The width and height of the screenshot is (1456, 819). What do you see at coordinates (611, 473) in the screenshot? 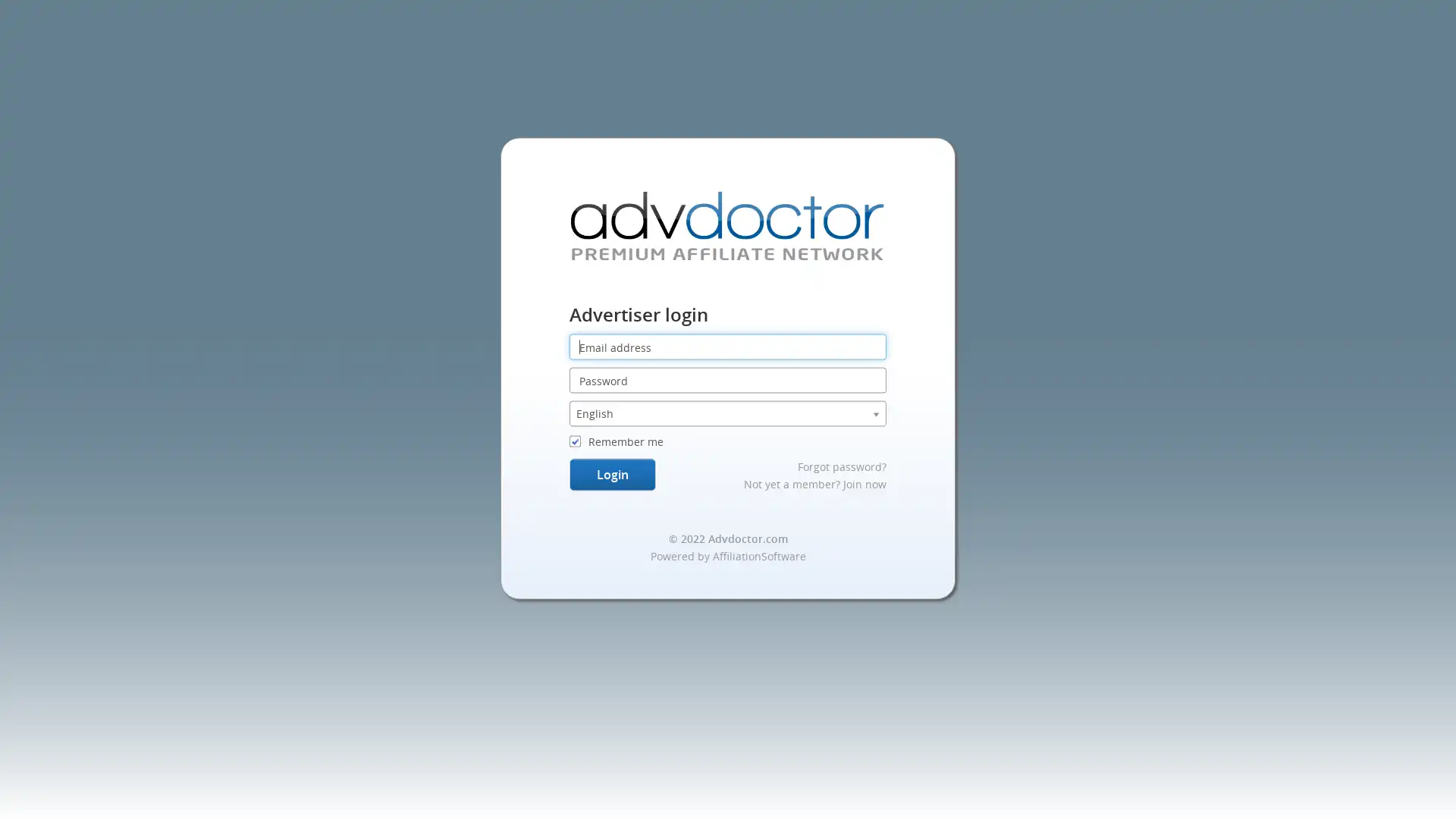
I see `Login` at bounding box center [611, 473].